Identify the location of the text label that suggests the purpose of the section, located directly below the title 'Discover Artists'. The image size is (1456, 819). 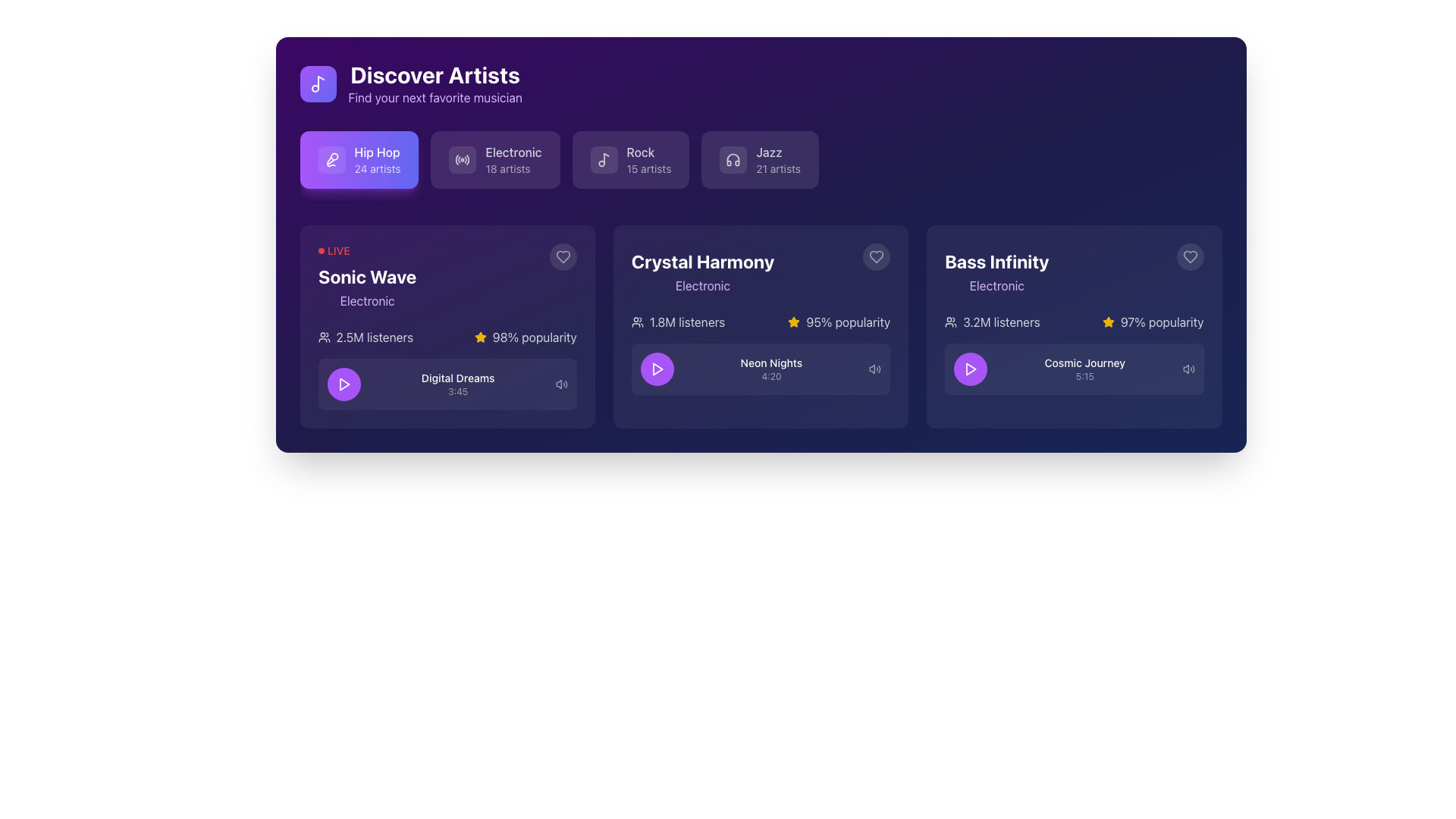
(435, 97).